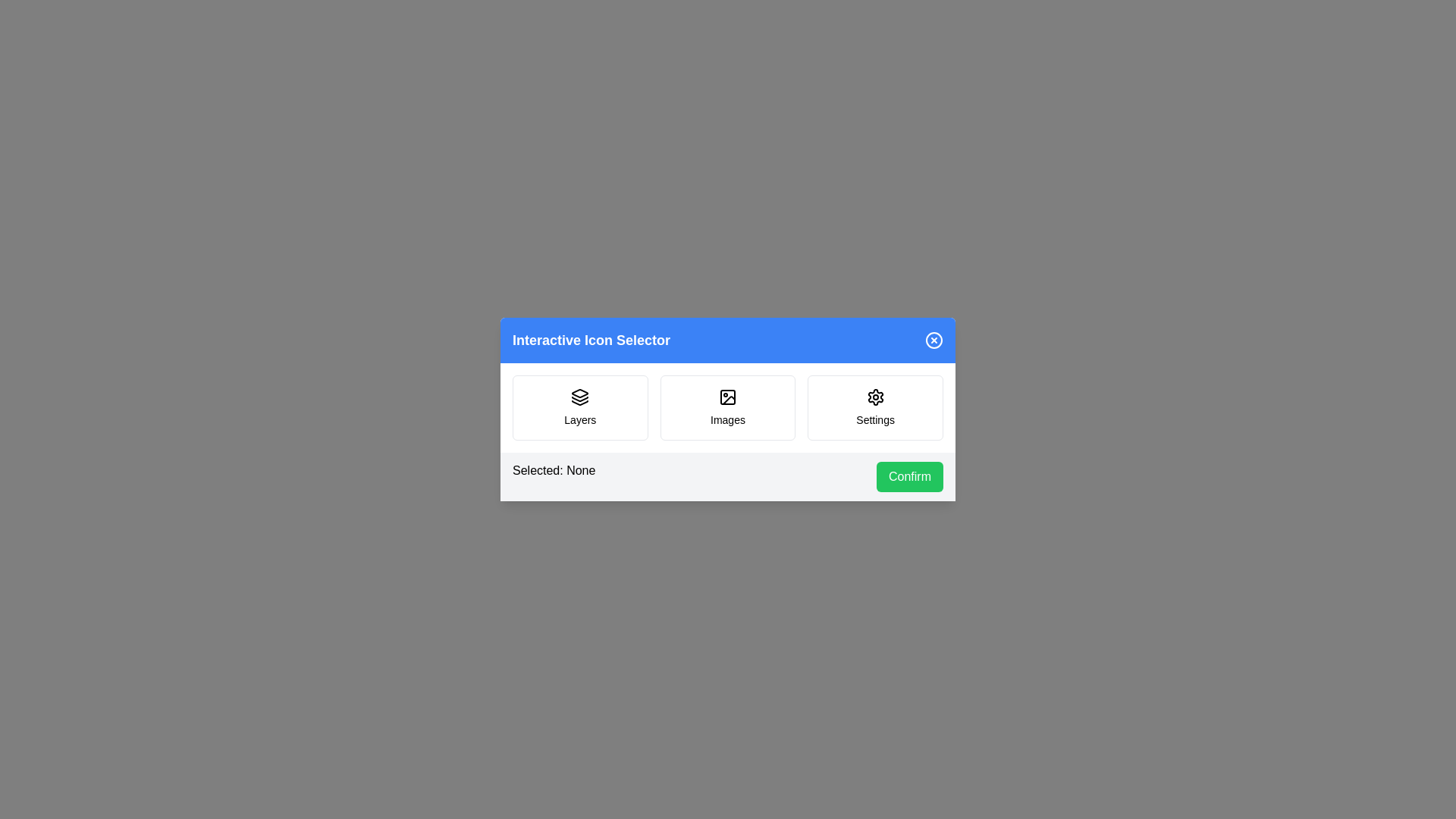  What do you see at coordinates (934, 339) in the screenshot?
I see `the close button in the top-right corner of the dialog` at bounding box center [934, 339].